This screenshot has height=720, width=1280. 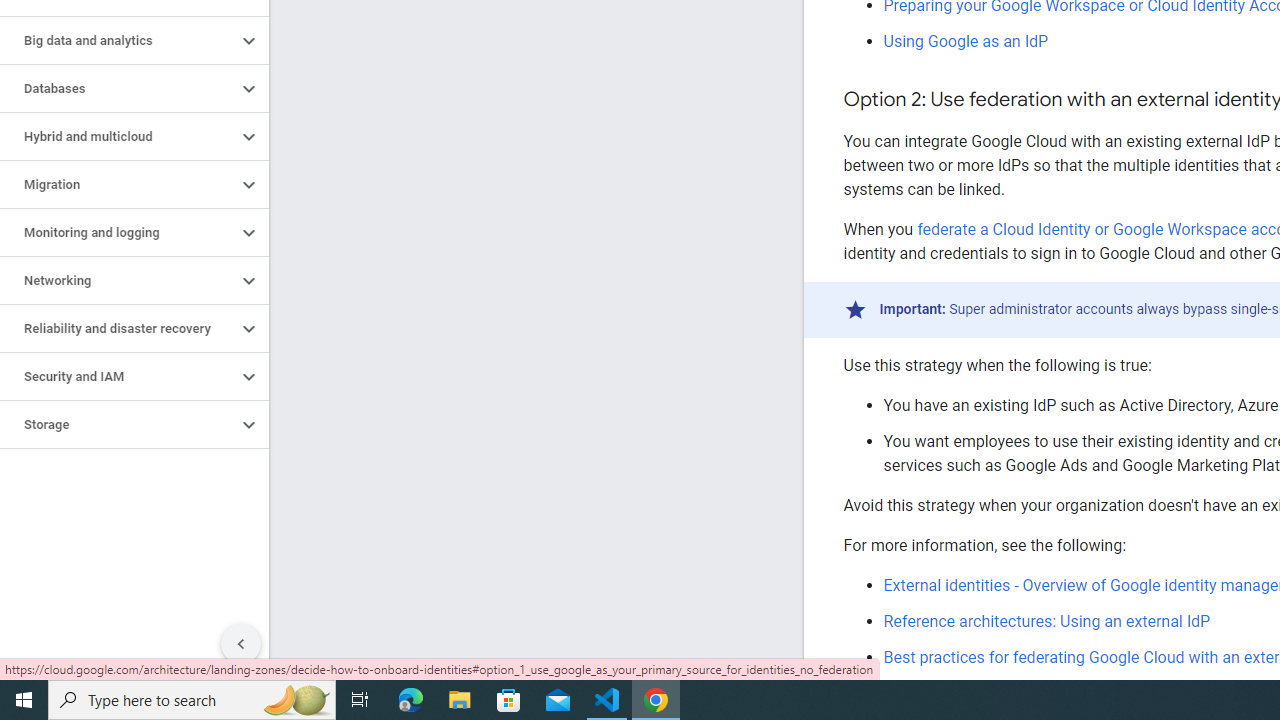 I want to click on 'Monitoring and logging', so click(x=117, y=231).